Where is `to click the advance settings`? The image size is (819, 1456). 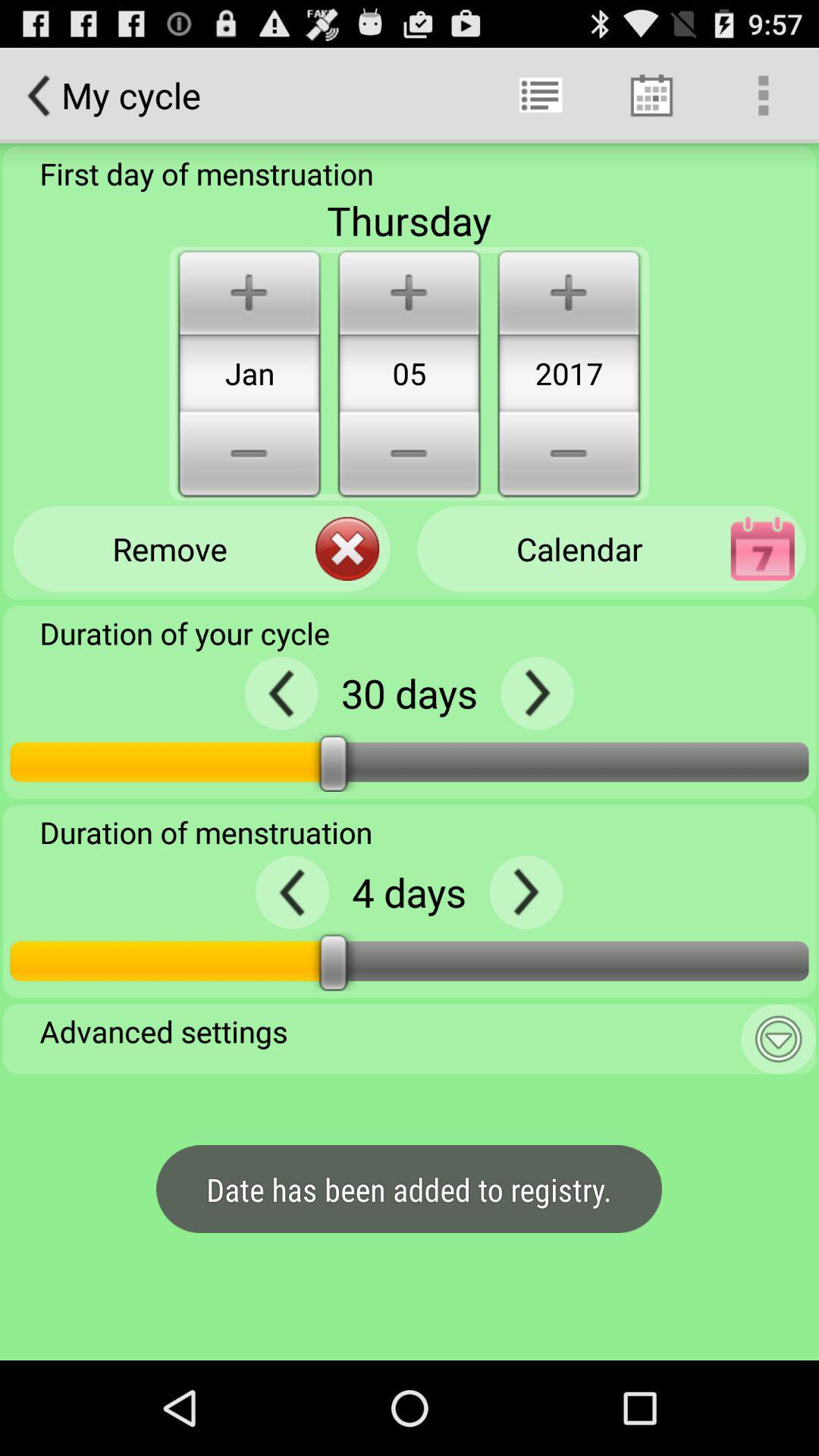 to click the advance settings is located at coordinates (778, 1038).